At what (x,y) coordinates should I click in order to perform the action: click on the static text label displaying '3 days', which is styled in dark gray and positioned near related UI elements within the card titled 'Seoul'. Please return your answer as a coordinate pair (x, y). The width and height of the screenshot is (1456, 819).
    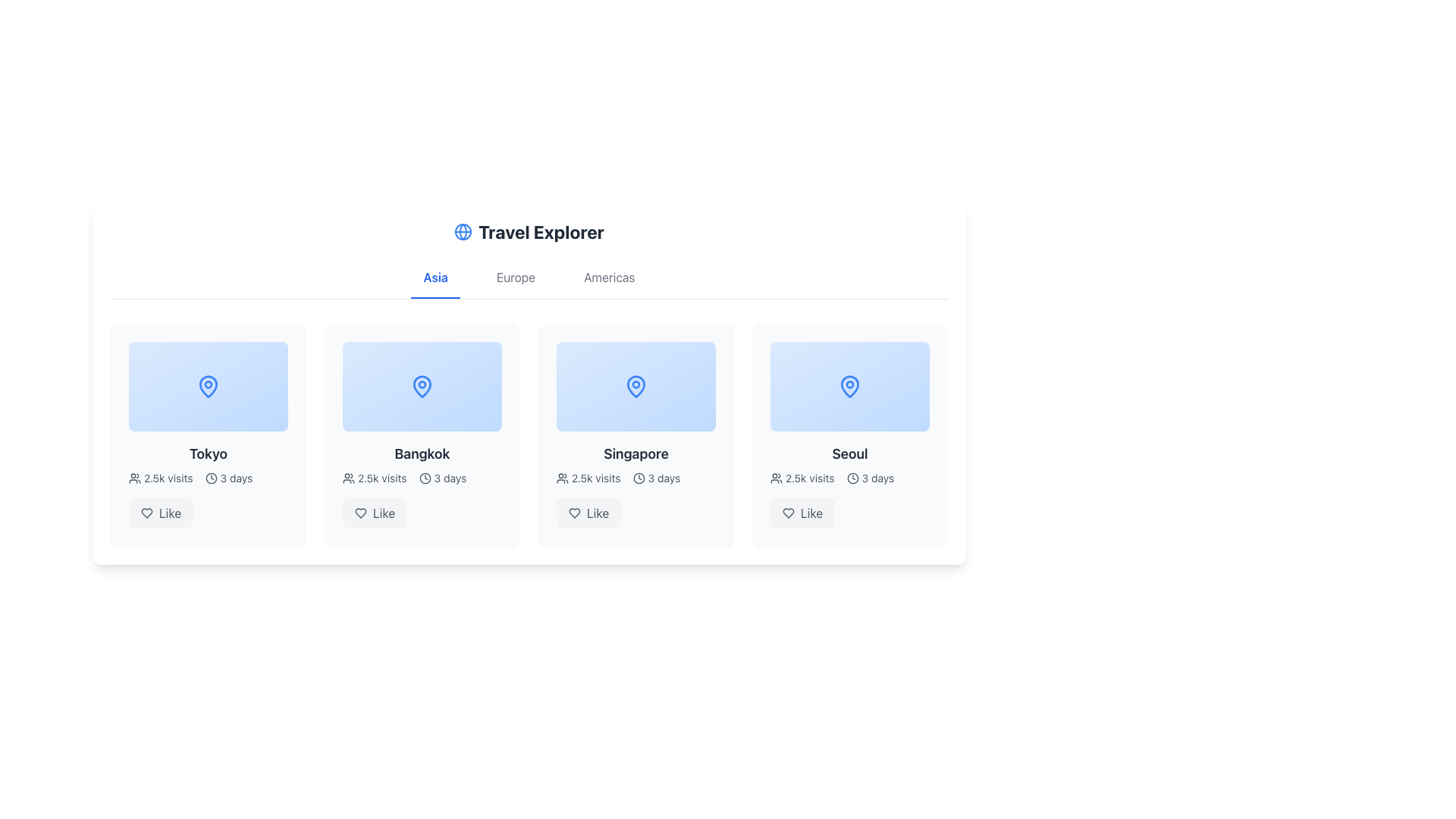
    Looking at the image, I should click on (877, 479).